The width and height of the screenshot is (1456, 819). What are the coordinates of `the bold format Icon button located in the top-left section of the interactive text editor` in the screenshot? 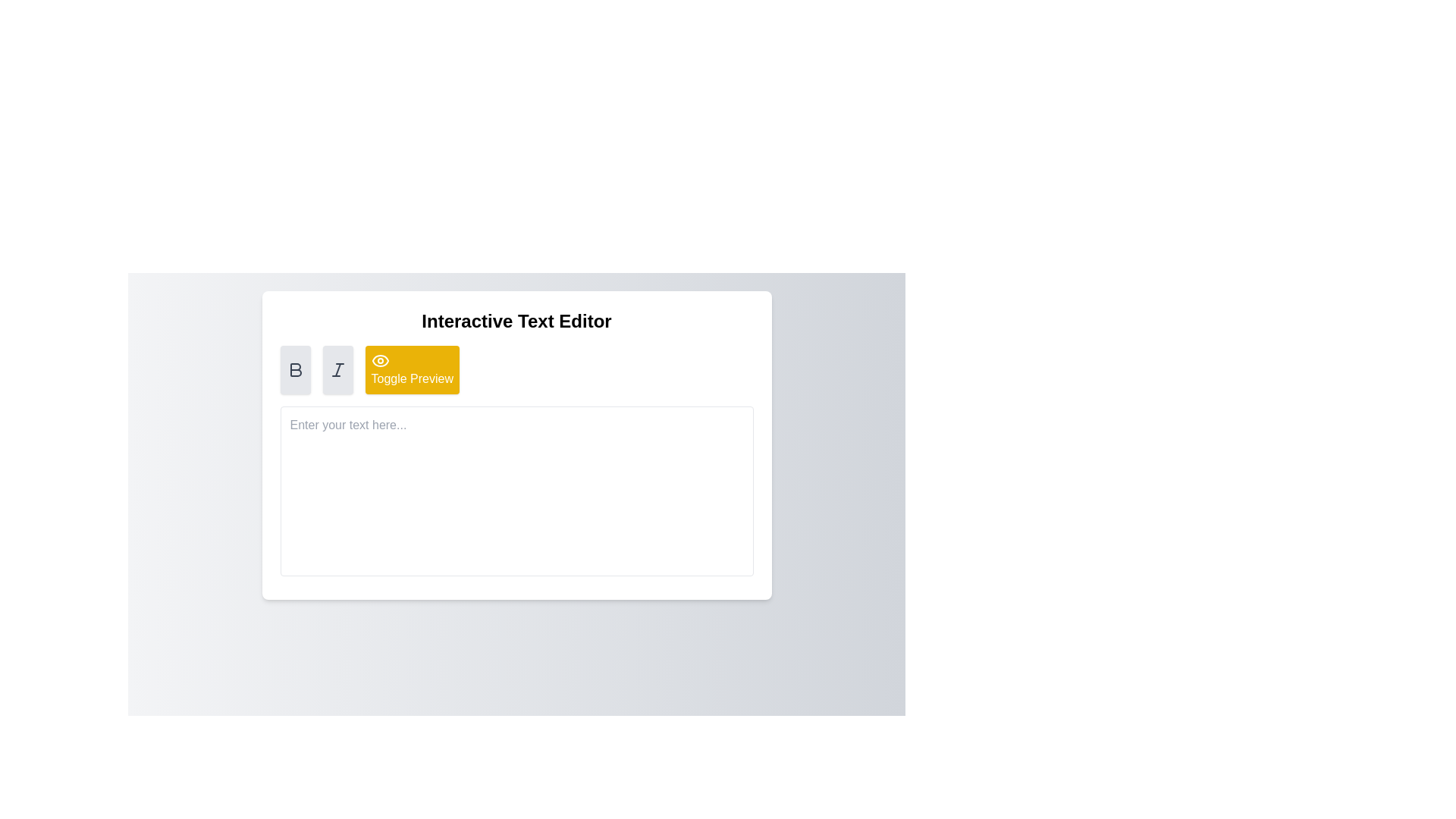 It's located at (295, 370).